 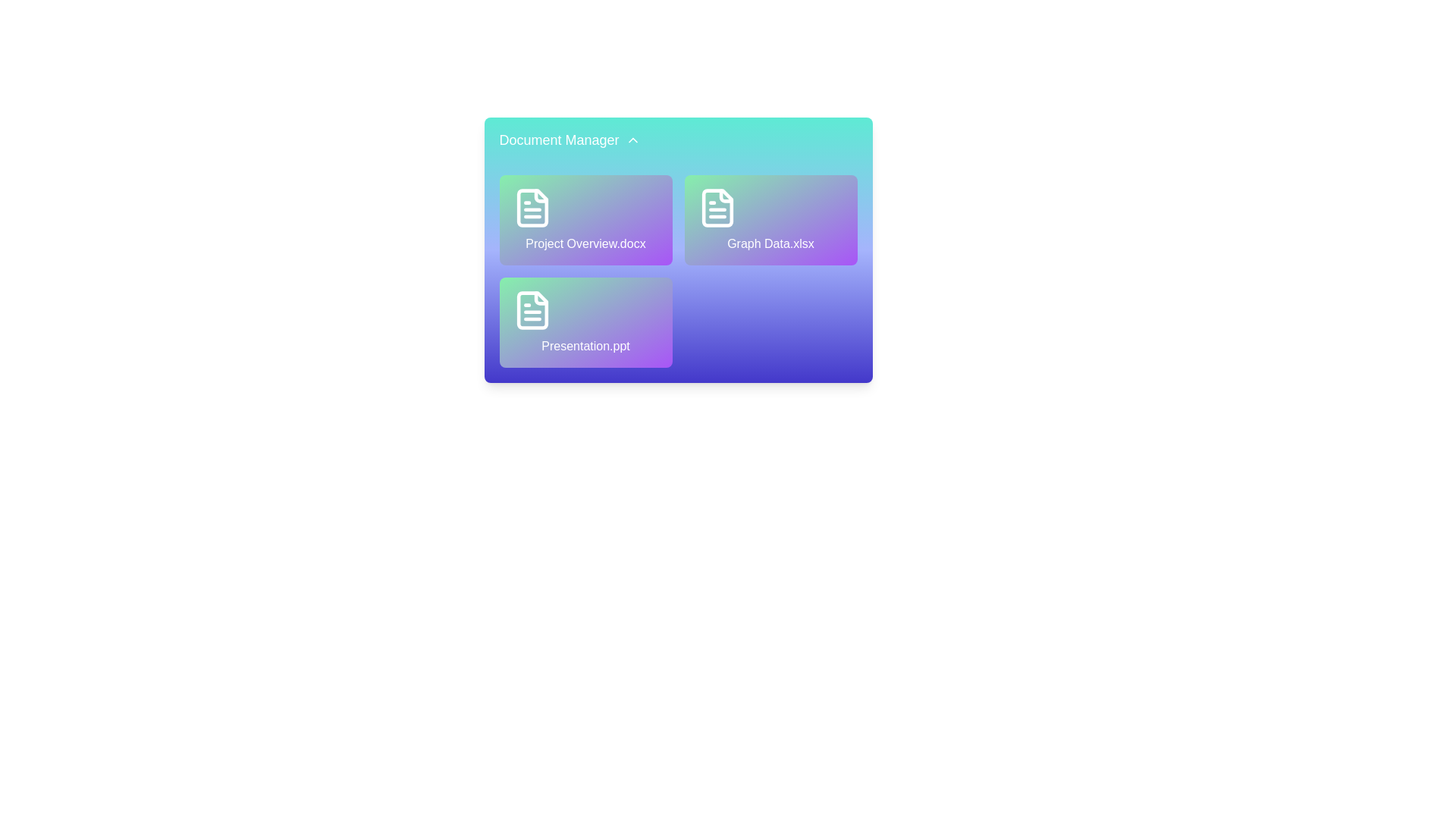 I want to click on the file Presentation.ppt to observe hover effects, so click(x=585, y=322).